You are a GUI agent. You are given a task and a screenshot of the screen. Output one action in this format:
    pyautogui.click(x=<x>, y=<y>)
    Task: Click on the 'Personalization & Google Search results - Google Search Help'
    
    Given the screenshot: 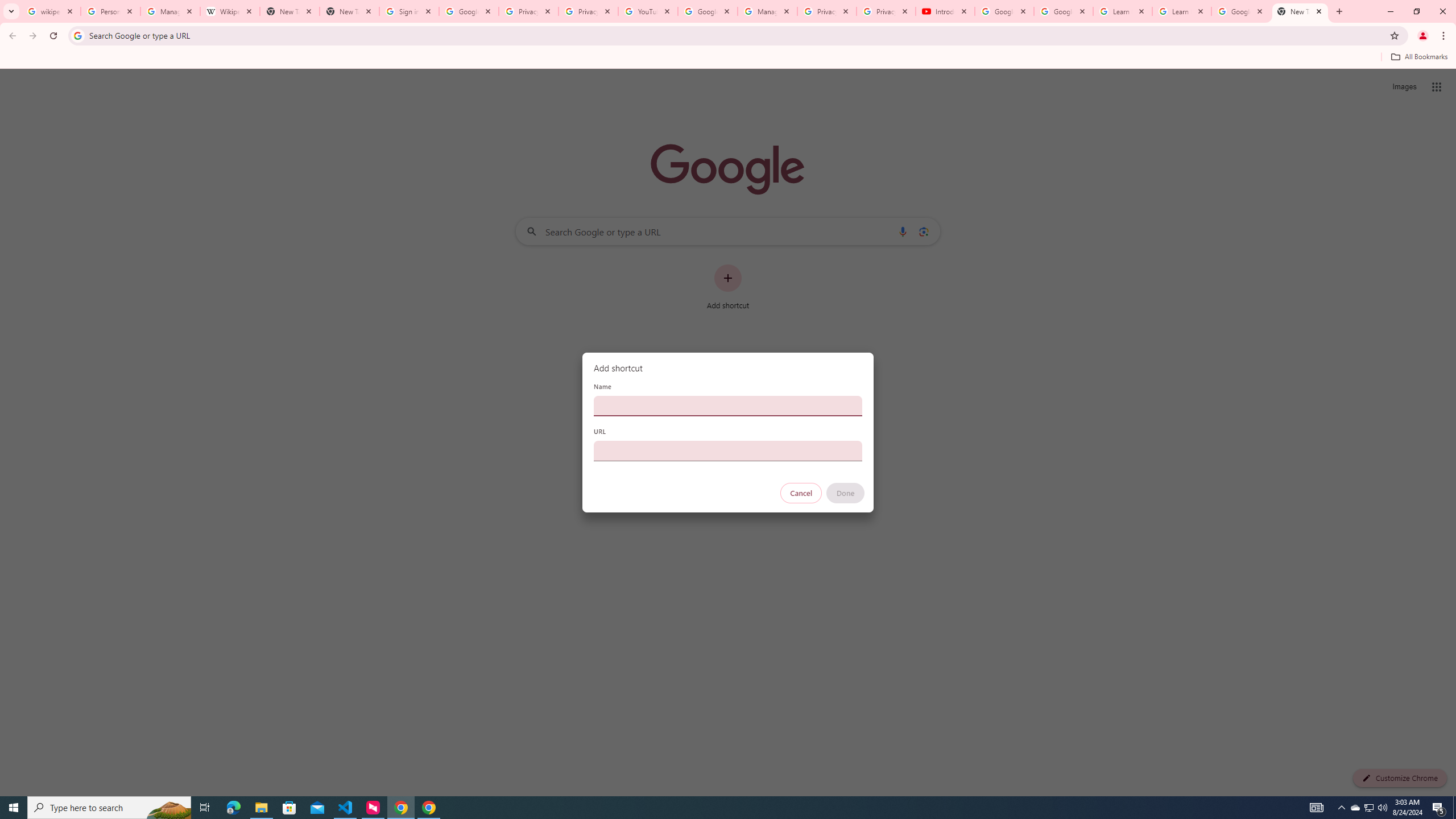 What is the action you would take?
    pyautogui.click(x=110, y=11)
    